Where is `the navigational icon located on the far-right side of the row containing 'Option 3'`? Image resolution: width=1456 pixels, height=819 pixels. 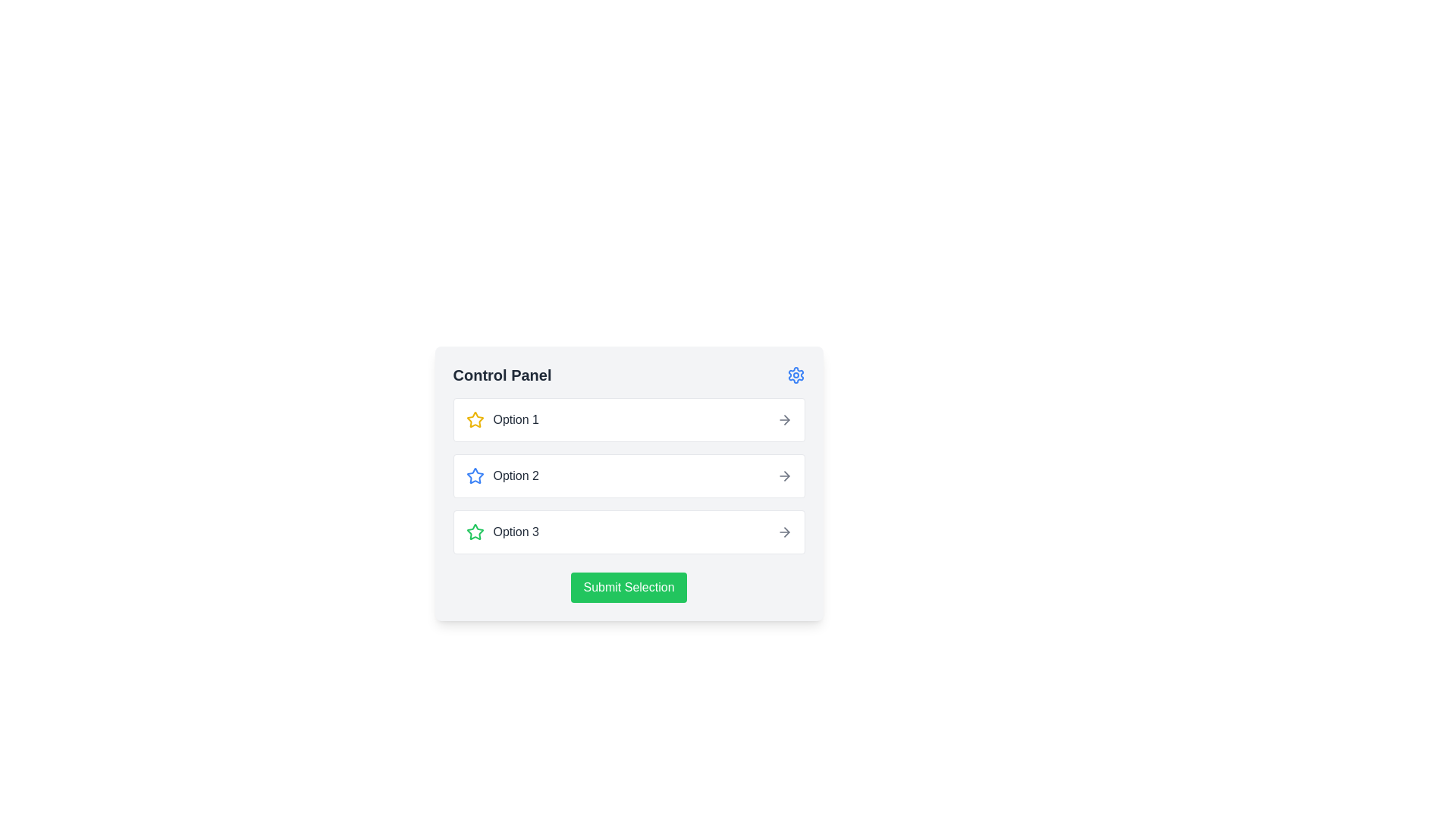 the navigational icon located on the far-right side of the row containing 'Option 3' is located at coordinates (784, 532).